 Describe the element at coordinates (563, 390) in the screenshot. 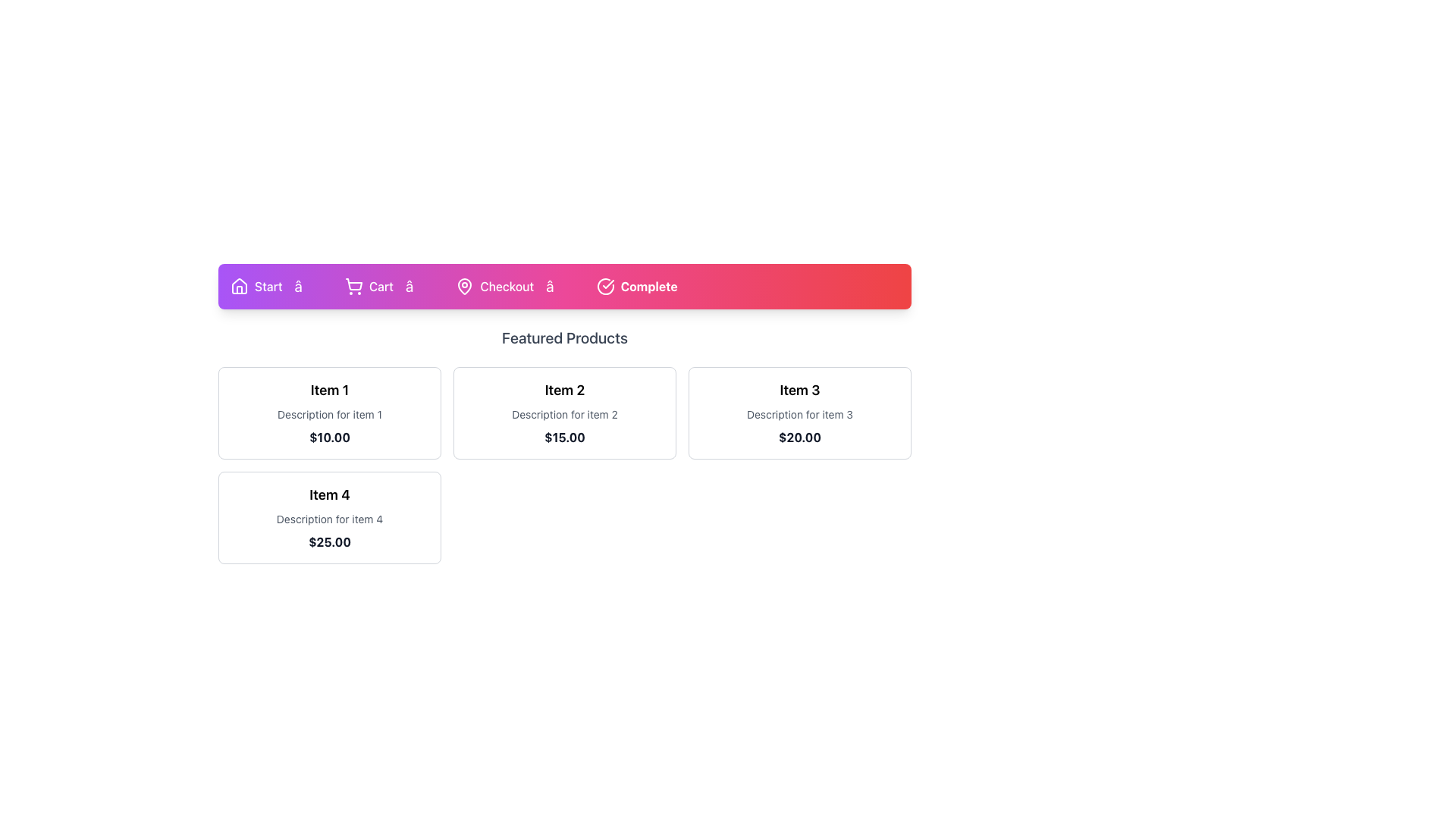

I see `the text label that serves as the title for the product in the second card of a horizontally distributed collection of four product cards` at that location.